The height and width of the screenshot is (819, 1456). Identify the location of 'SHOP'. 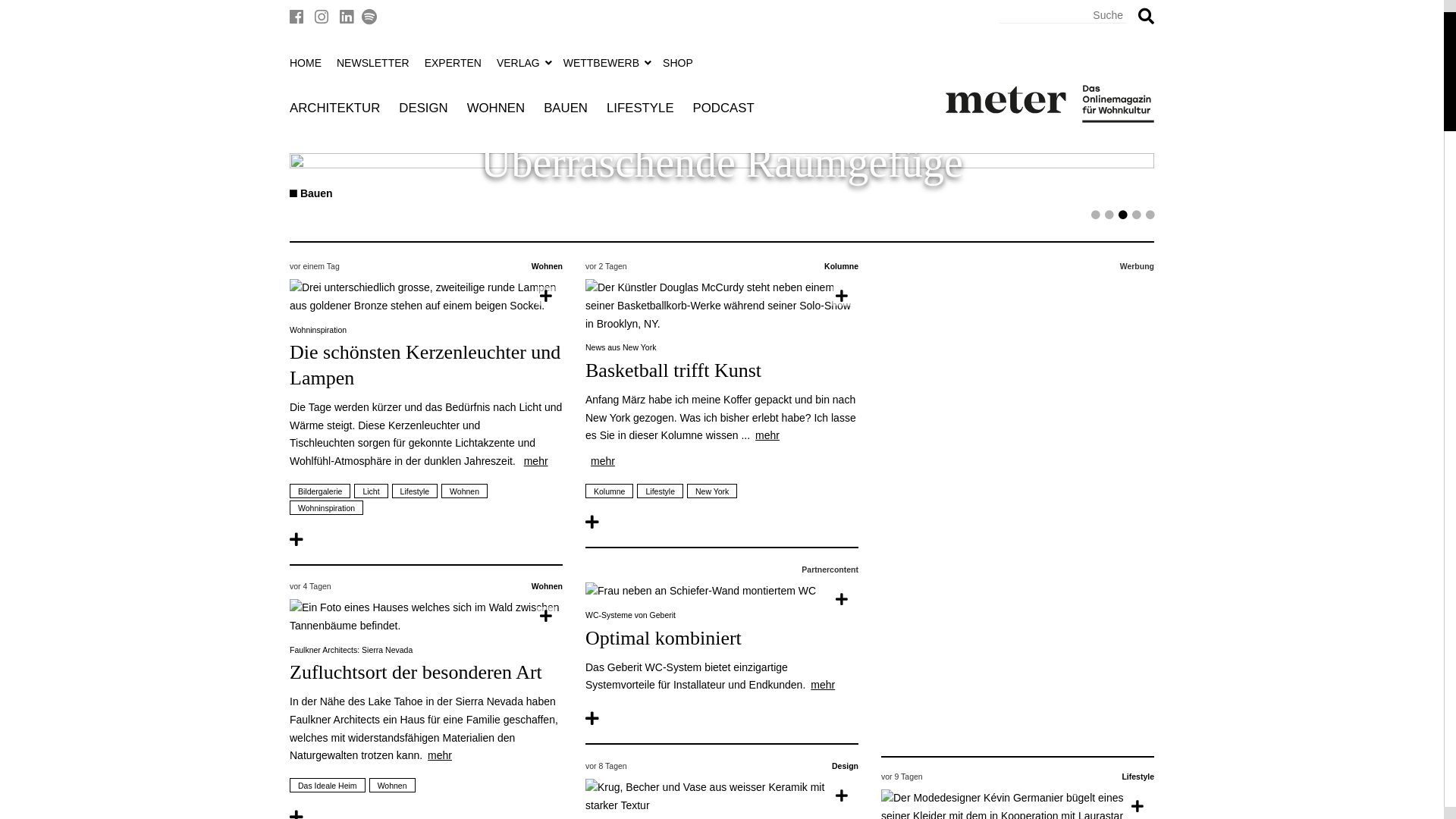
(679, 62).